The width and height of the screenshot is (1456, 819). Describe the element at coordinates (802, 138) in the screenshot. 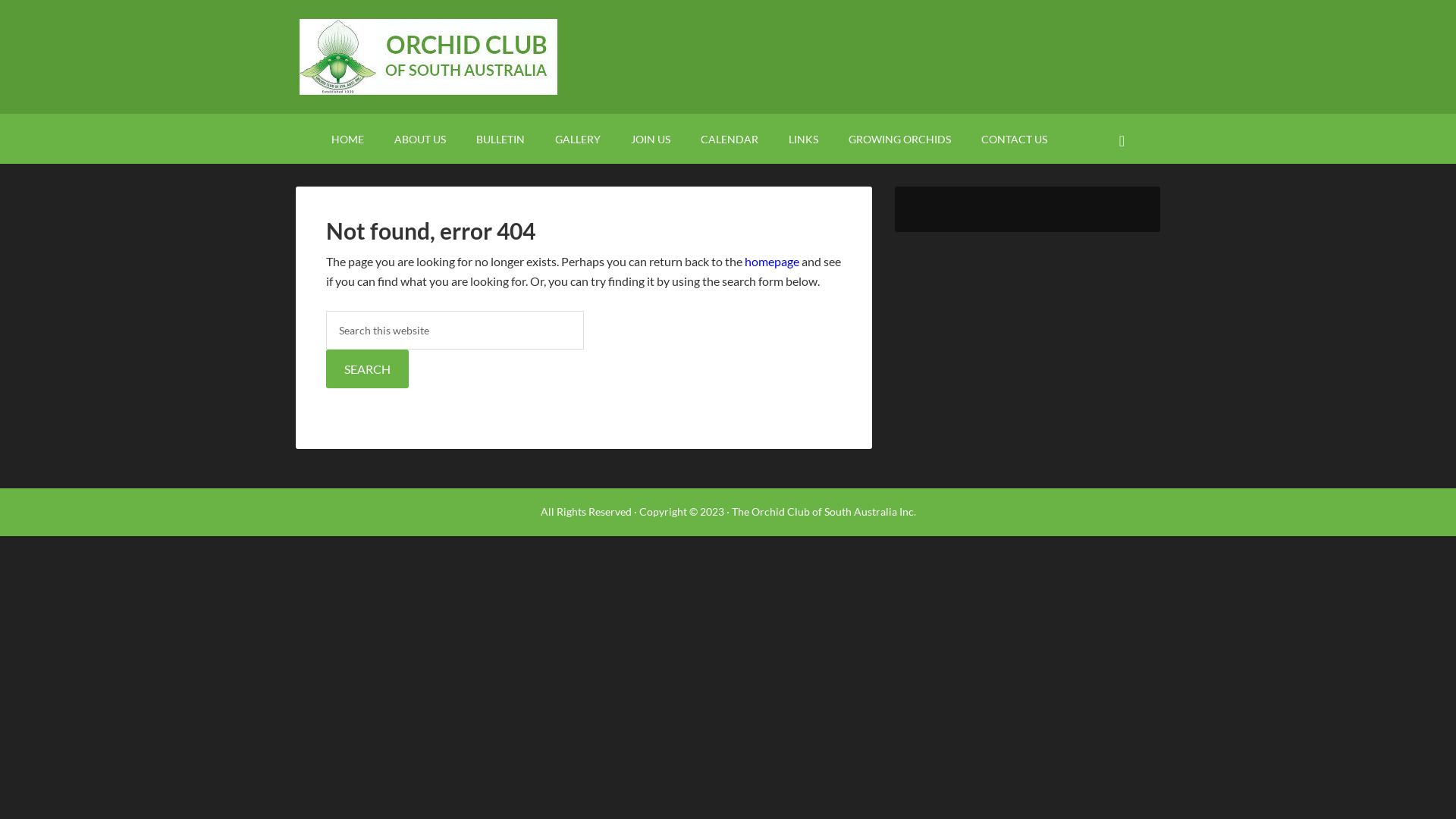

I see `'LINKS'` at that location.